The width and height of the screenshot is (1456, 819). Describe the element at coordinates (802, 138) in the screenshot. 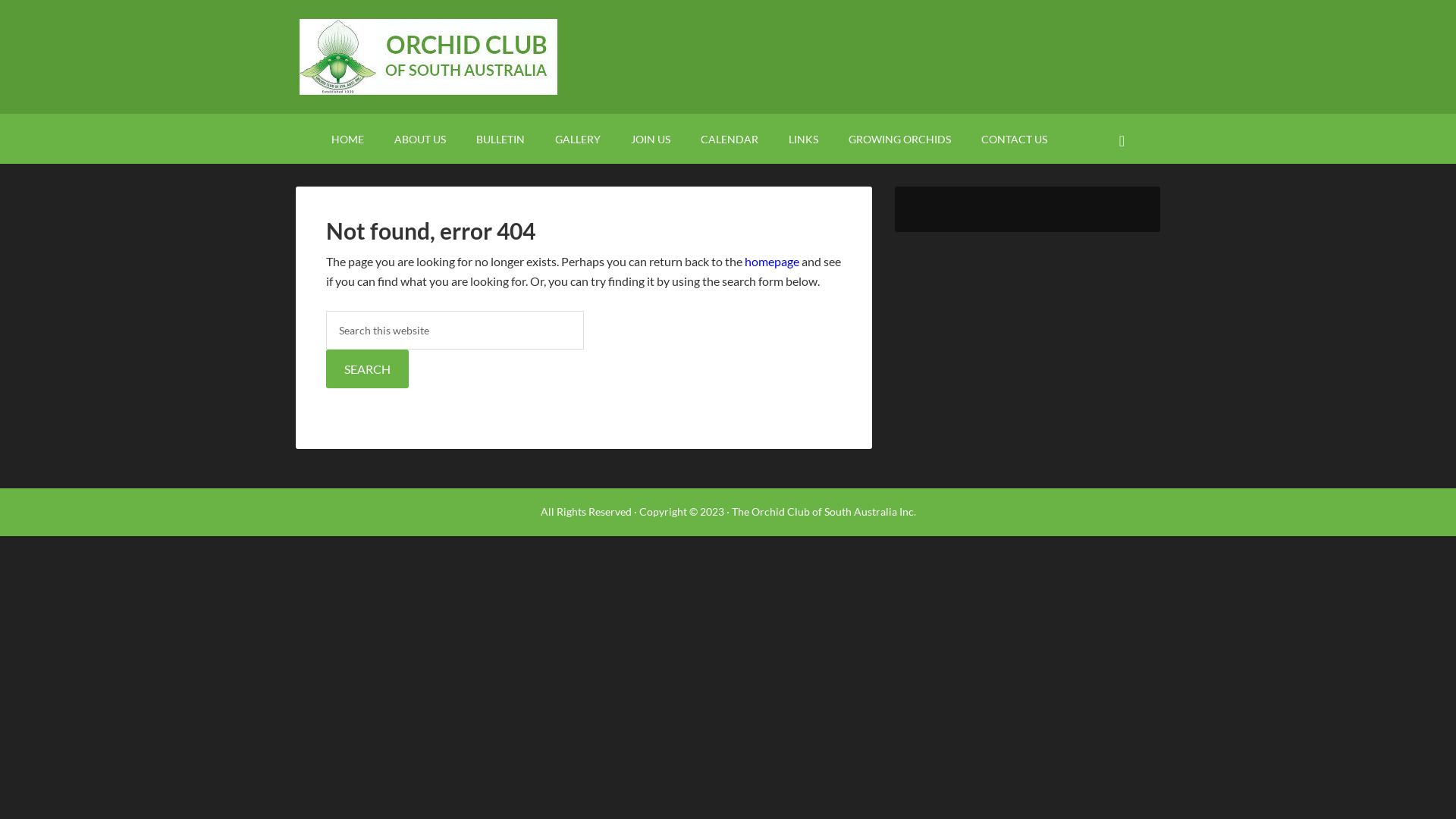

I see `'LINKS'` at that location.